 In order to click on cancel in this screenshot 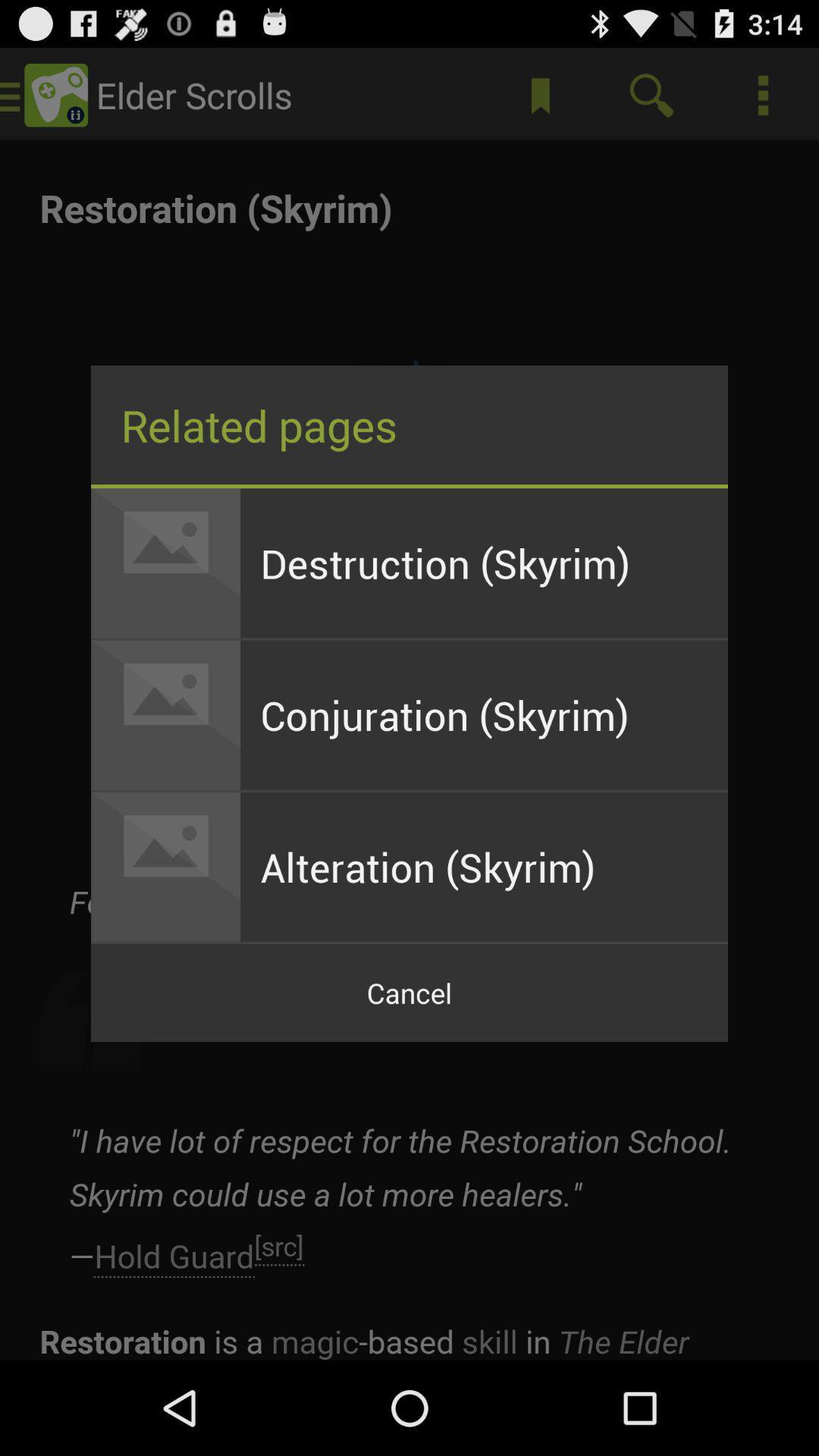, I will do `click(409, 993)`.